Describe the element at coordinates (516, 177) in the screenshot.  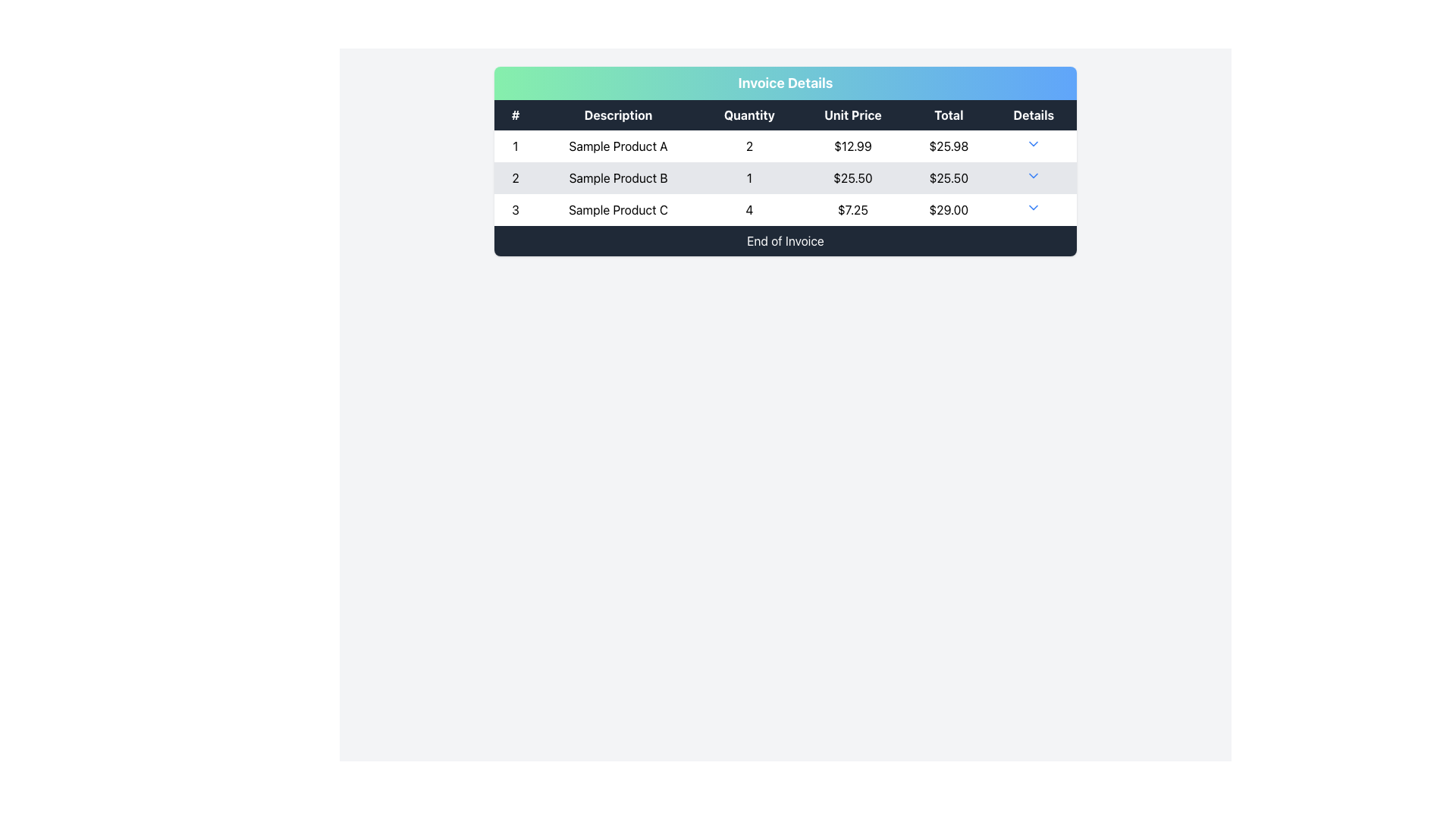
I see `the Text label displaying the number '2' in bold font style, located in the second row of the table under the '#' column, aligned with 'Sample Product B'` at that location.